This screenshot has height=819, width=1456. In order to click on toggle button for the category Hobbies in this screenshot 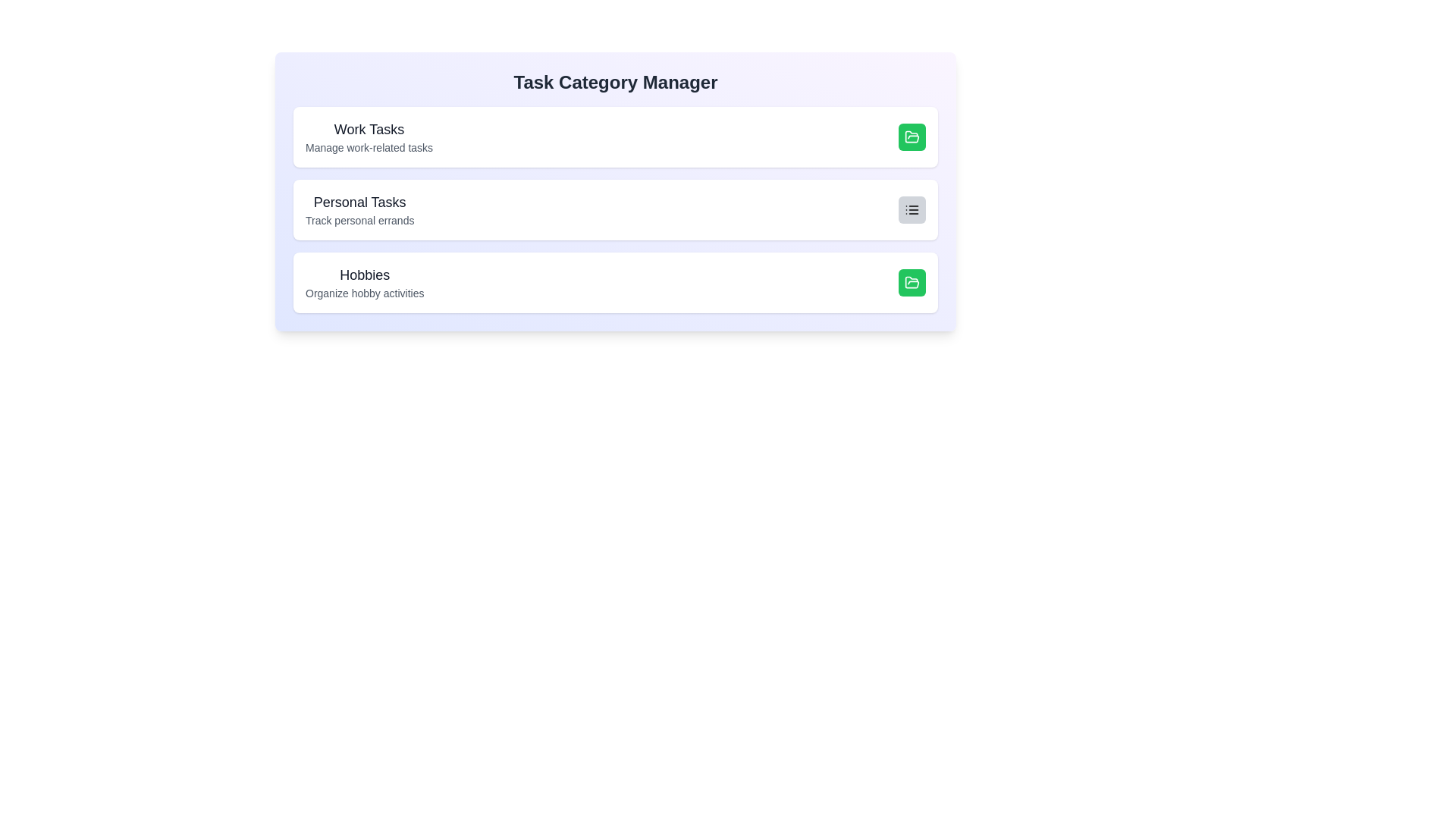, I will do `click(912, 283)`.